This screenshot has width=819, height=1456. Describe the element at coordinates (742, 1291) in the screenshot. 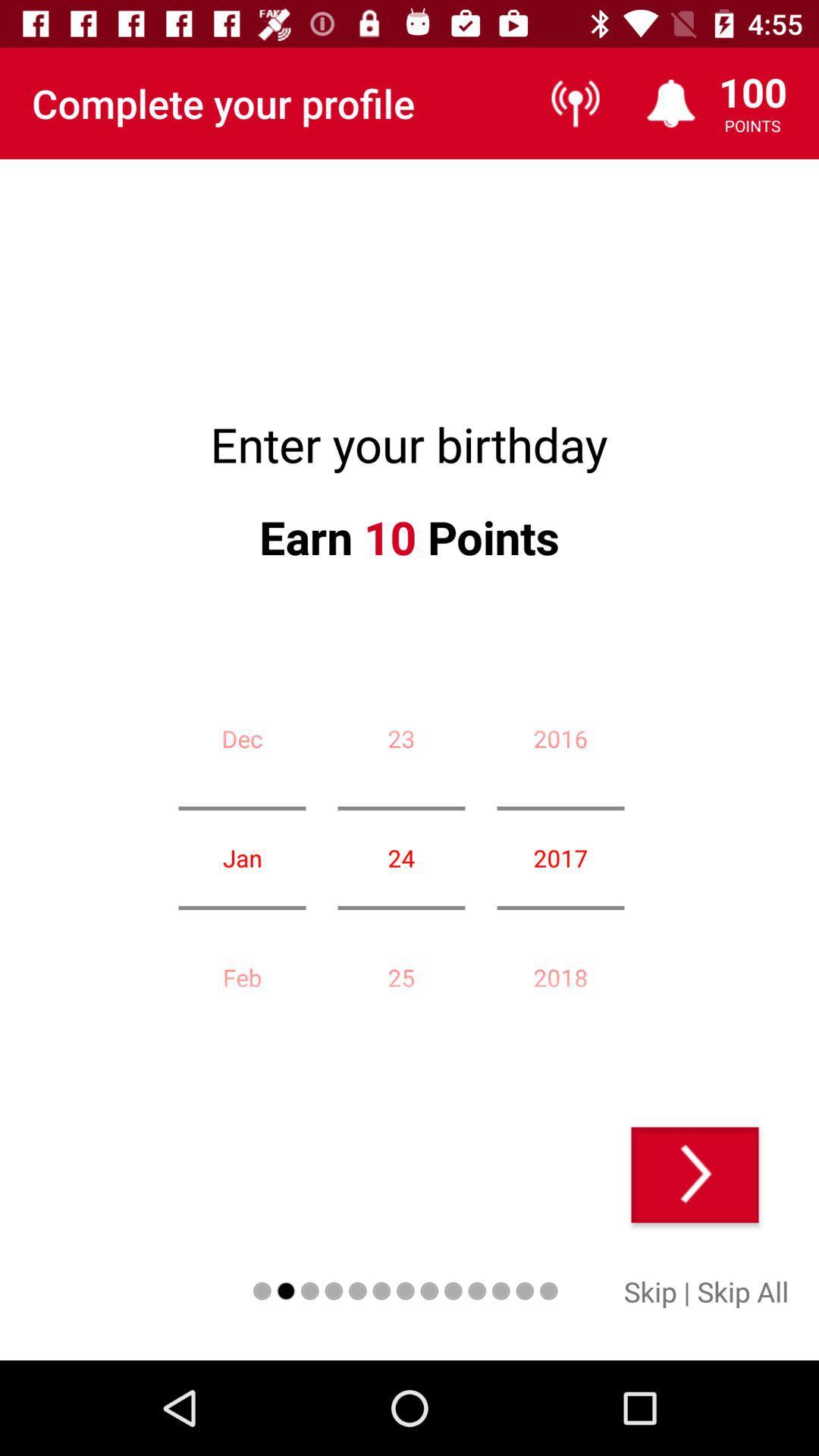

I see `the skip all` at that location.